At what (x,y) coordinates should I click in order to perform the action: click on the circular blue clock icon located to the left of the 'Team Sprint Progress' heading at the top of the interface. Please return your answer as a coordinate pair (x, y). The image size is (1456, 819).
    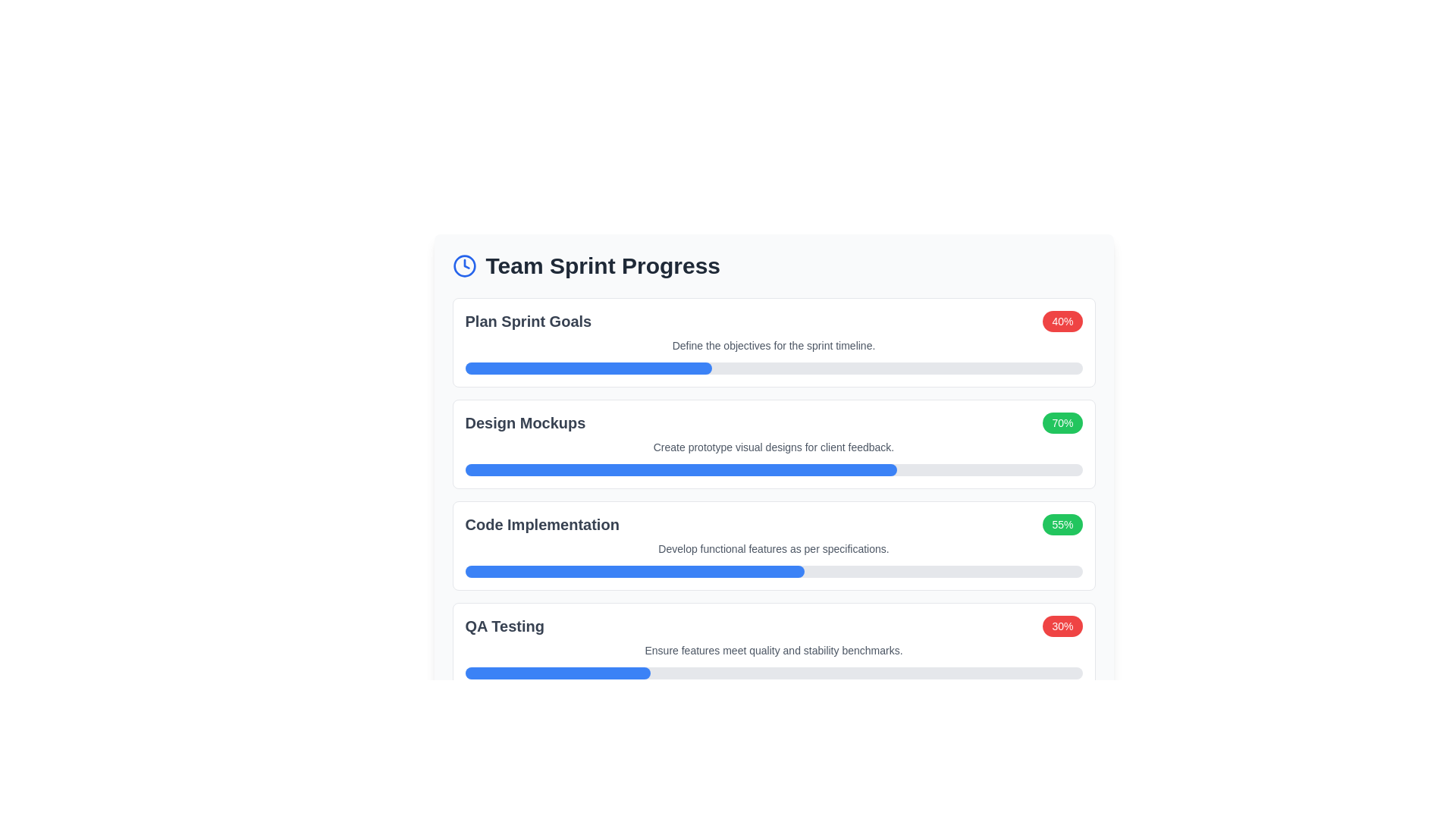
    Looking at the image, I should click on (463, 265).